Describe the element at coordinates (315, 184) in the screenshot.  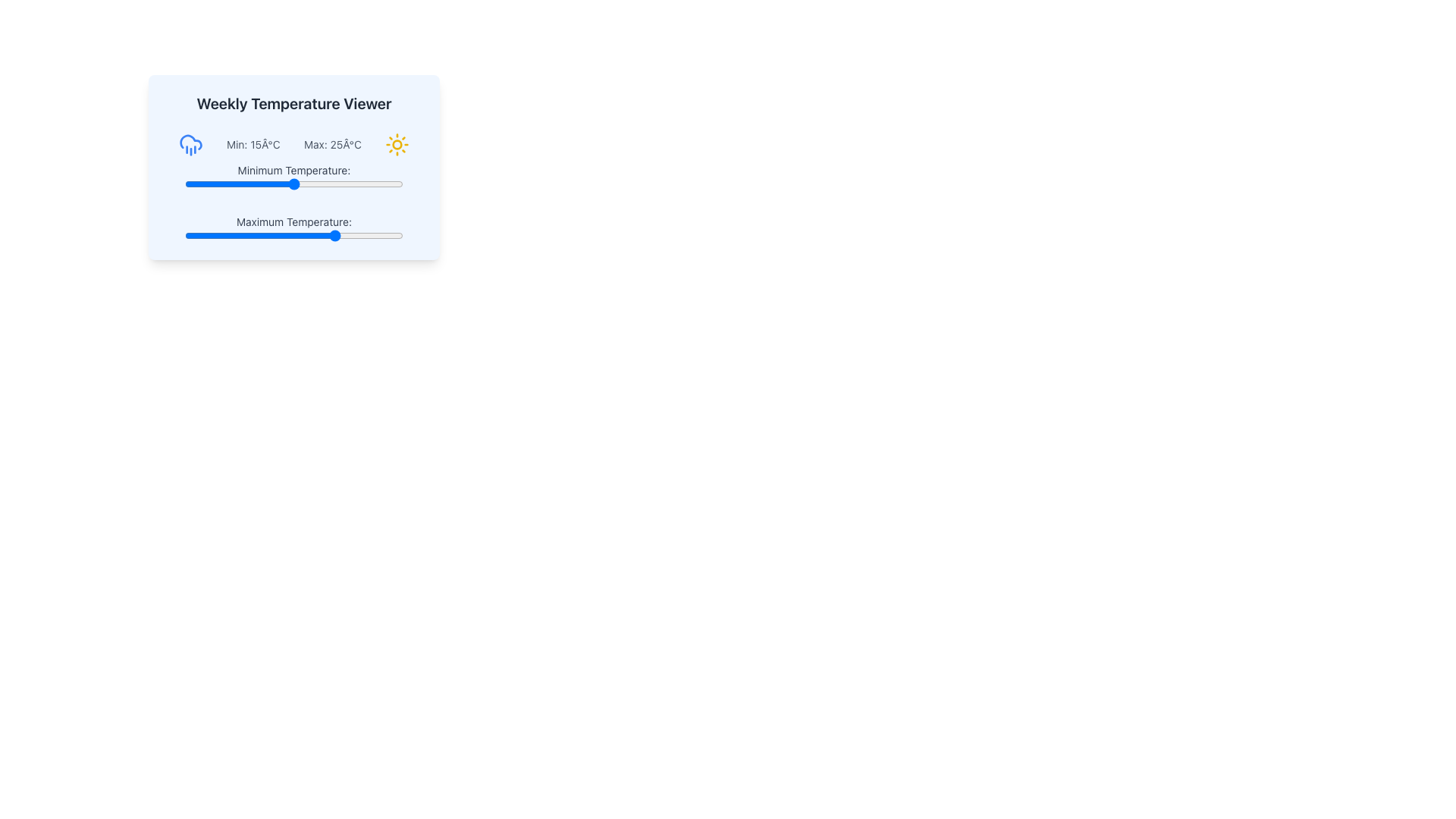
I see `the minimum temperature` at that location.